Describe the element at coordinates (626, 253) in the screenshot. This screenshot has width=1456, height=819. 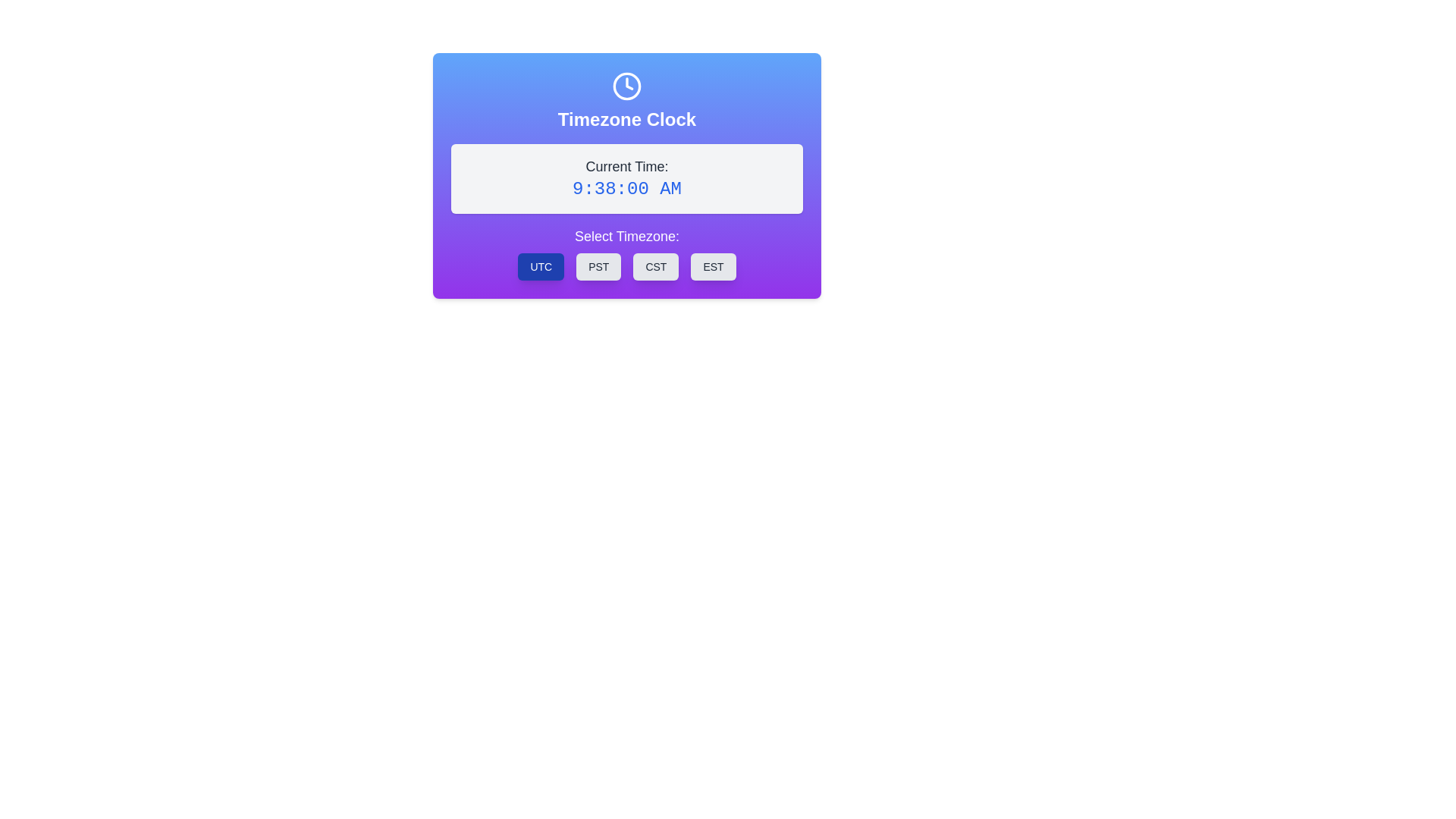
I see `the interactive button within the timezone selection group located in the lower half of the centered card layout` at that location.